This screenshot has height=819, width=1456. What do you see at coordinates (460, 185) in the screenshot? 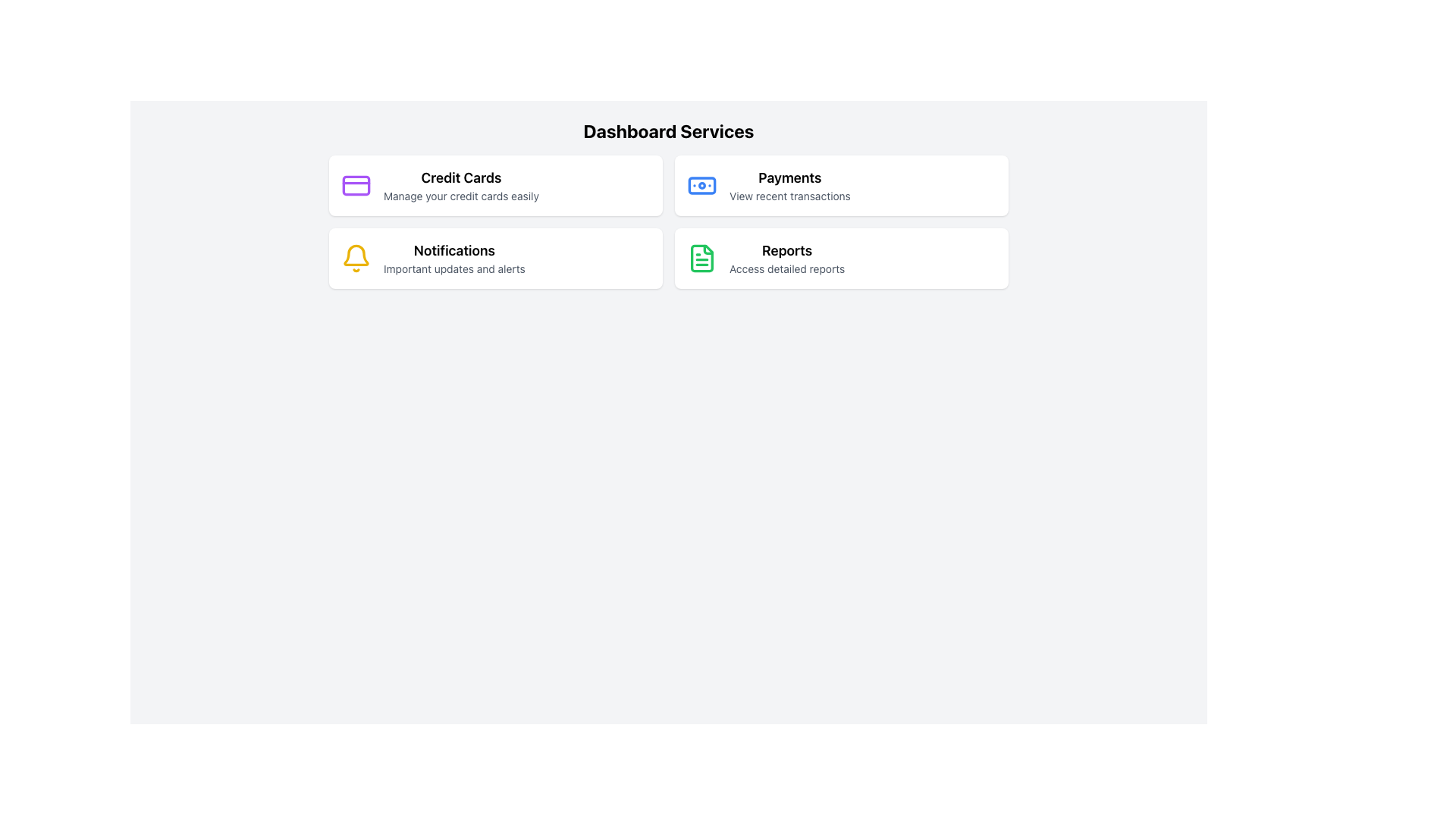
I see `text label containing 'Credit Cards' and 'Manage your credit cards easily' that is positioned below the credit card icon in the top-left quadrant of the interface` at bounding box center [460, 185].